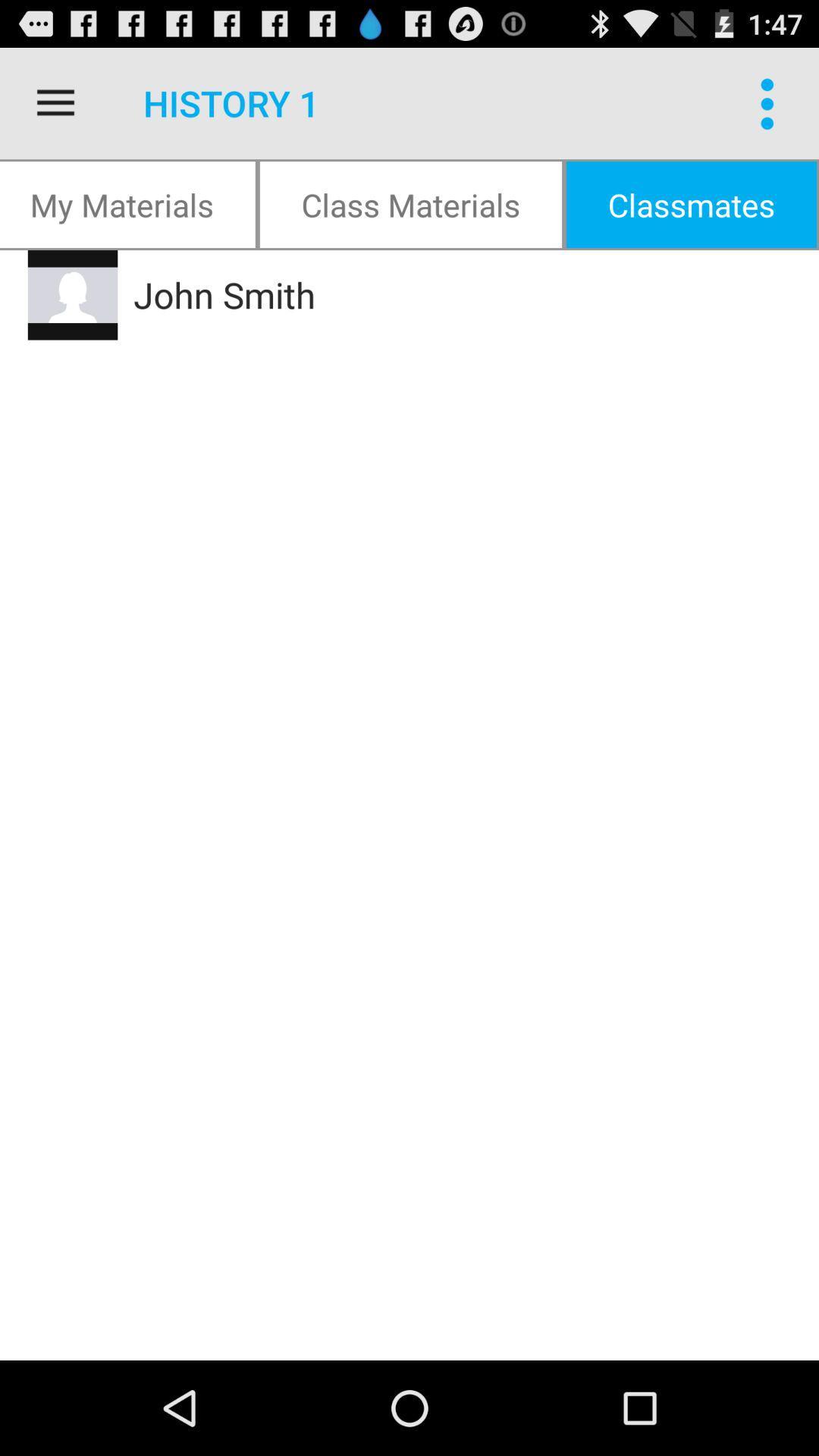 The image size is (819, 1456). I want to click on icon next to the class materials icon, so click(127, 203).